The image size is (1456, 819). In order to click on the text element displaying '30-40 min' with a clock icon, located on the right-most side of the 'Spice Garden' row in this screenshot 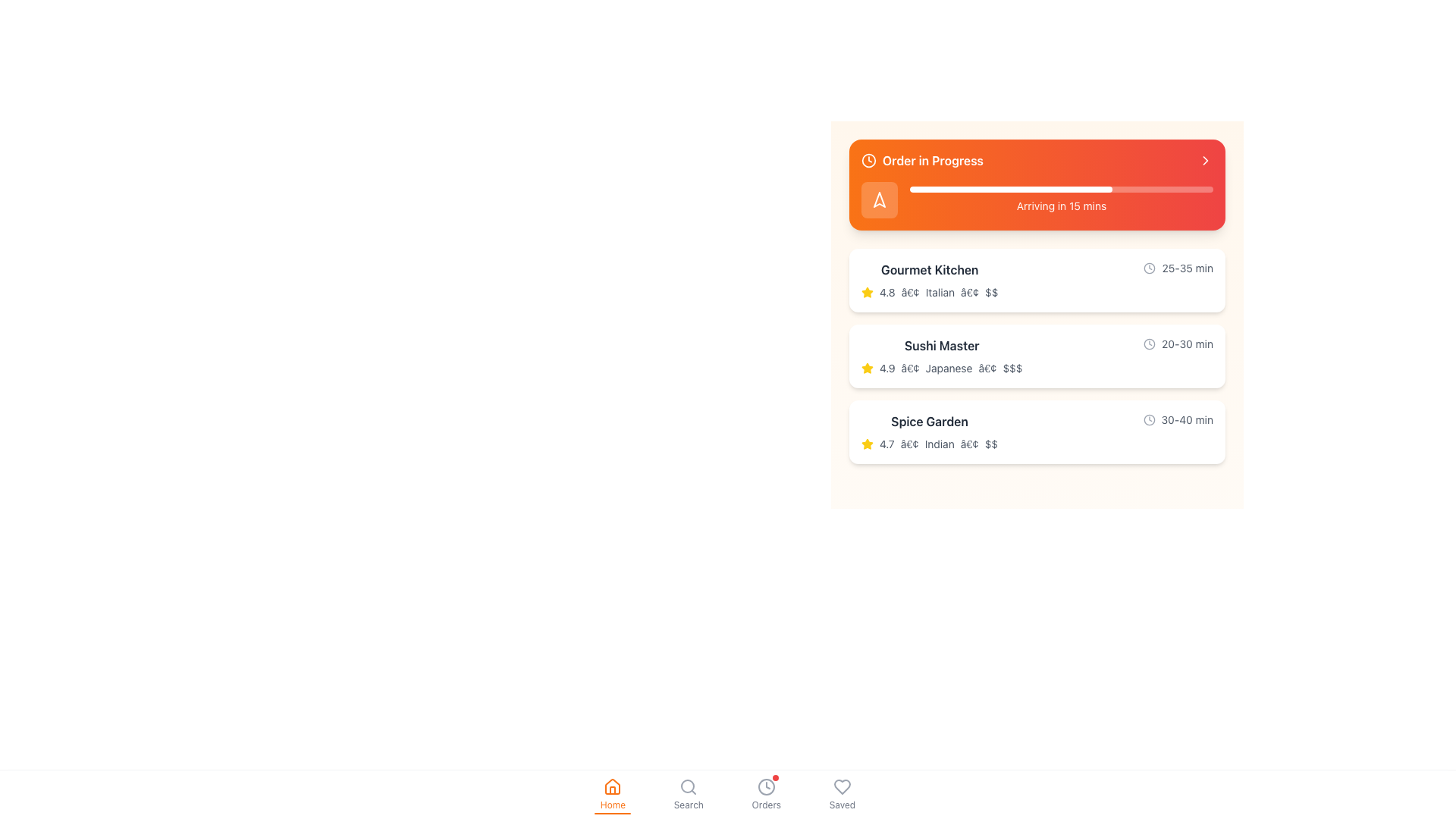, I will do `click(1177, 420)`.